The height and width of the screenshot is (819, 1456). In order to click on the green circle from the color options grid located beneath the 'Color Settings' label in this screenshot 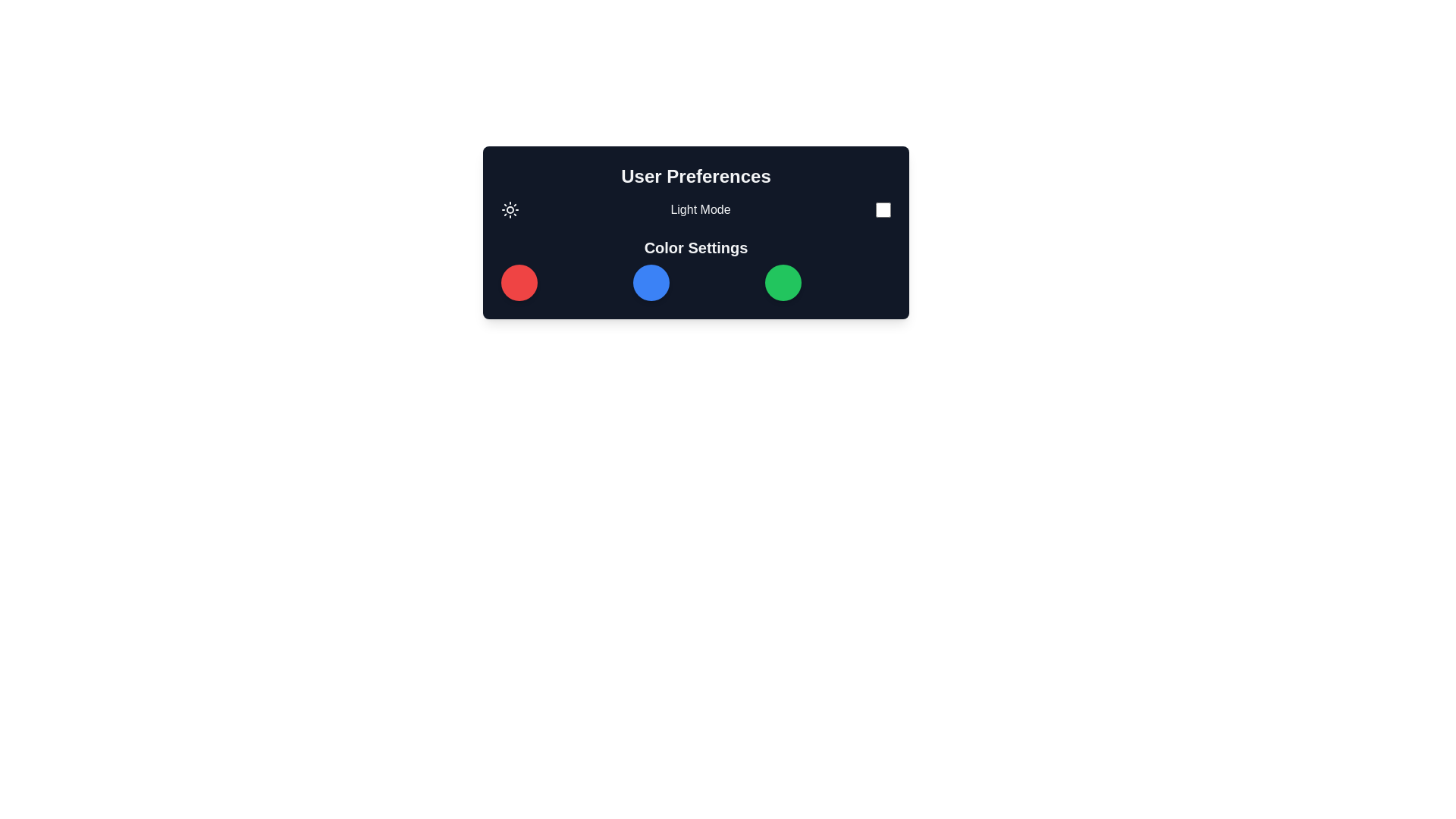, I will do `click(695, 283)`.